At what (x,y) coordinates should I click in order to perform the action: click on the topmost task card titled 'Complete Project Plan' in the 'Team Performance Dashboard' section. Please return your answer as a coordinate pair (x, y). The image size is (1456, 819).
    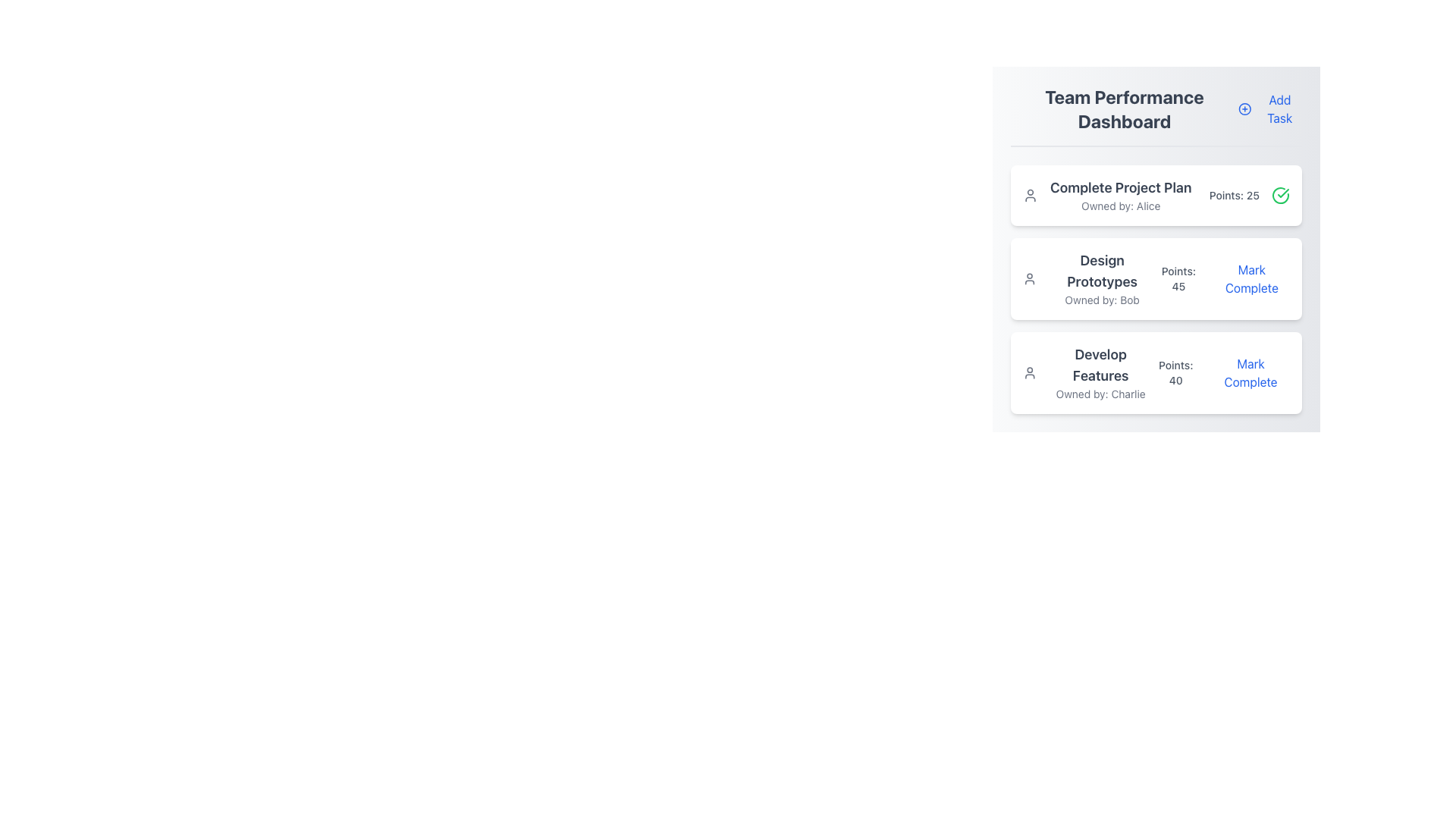
    Looking at the image, I should click on (1156, 195).